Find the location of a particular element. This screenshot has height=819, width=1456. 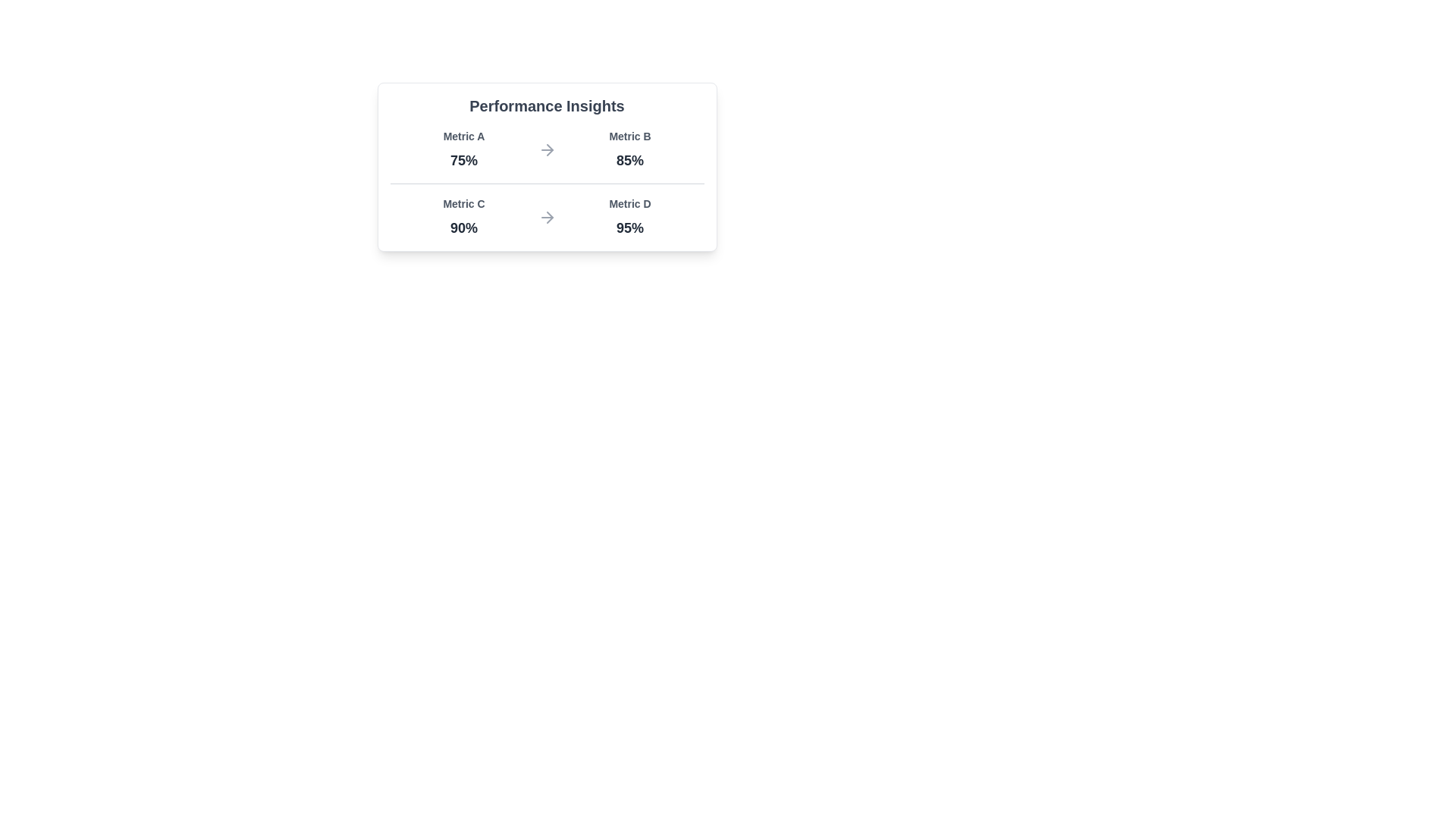

the text-based metric display element labeled 'Metric C', which shows the percentage value '90%' and is positioned under 'Performance Insights' in the bottom-left quadrant of the card is located at coordinates (463, 217).